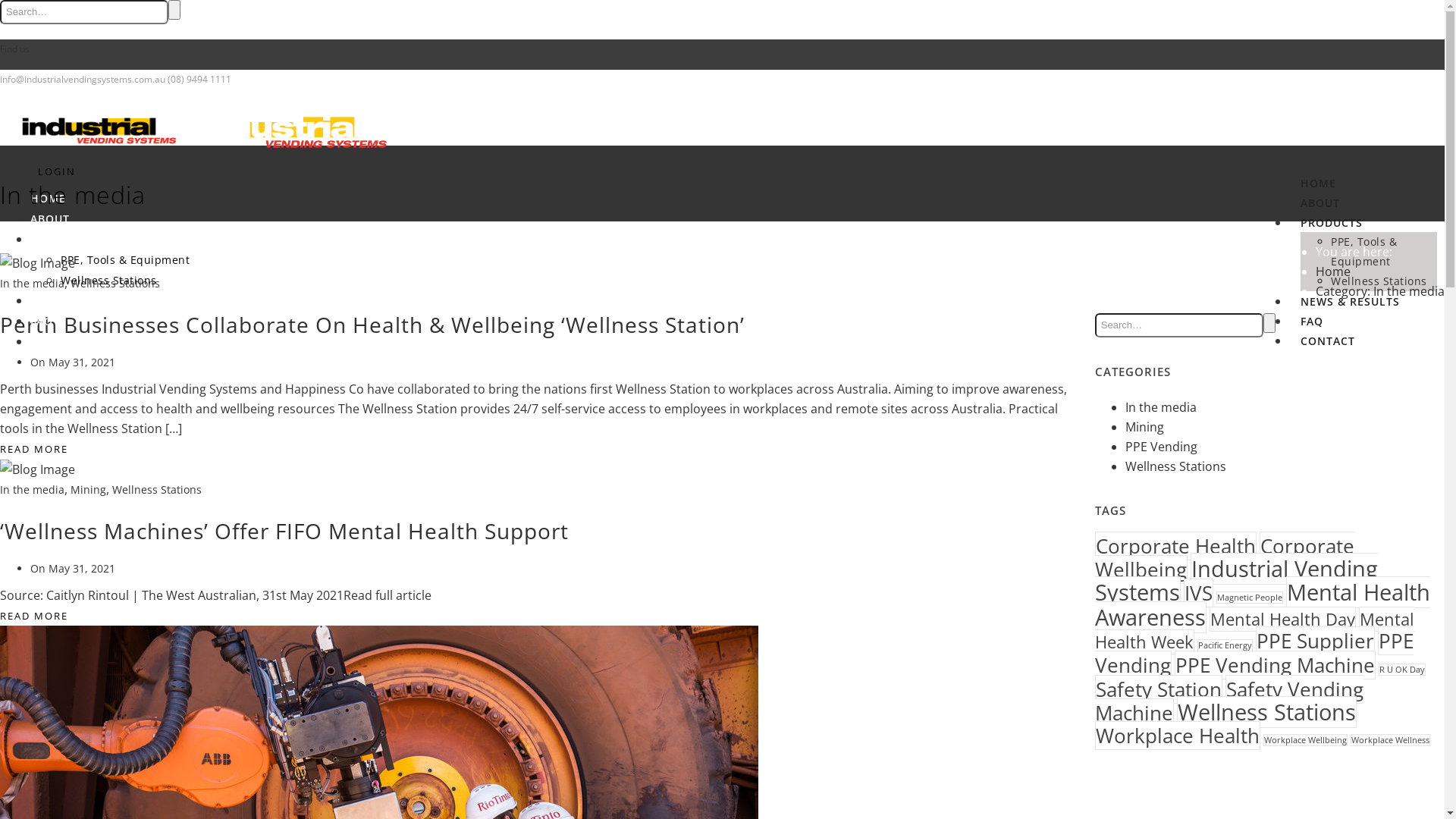  Describe the element at coordinates (1314, 291) in the screenshot. I see `'Category: In the media'` at that location.